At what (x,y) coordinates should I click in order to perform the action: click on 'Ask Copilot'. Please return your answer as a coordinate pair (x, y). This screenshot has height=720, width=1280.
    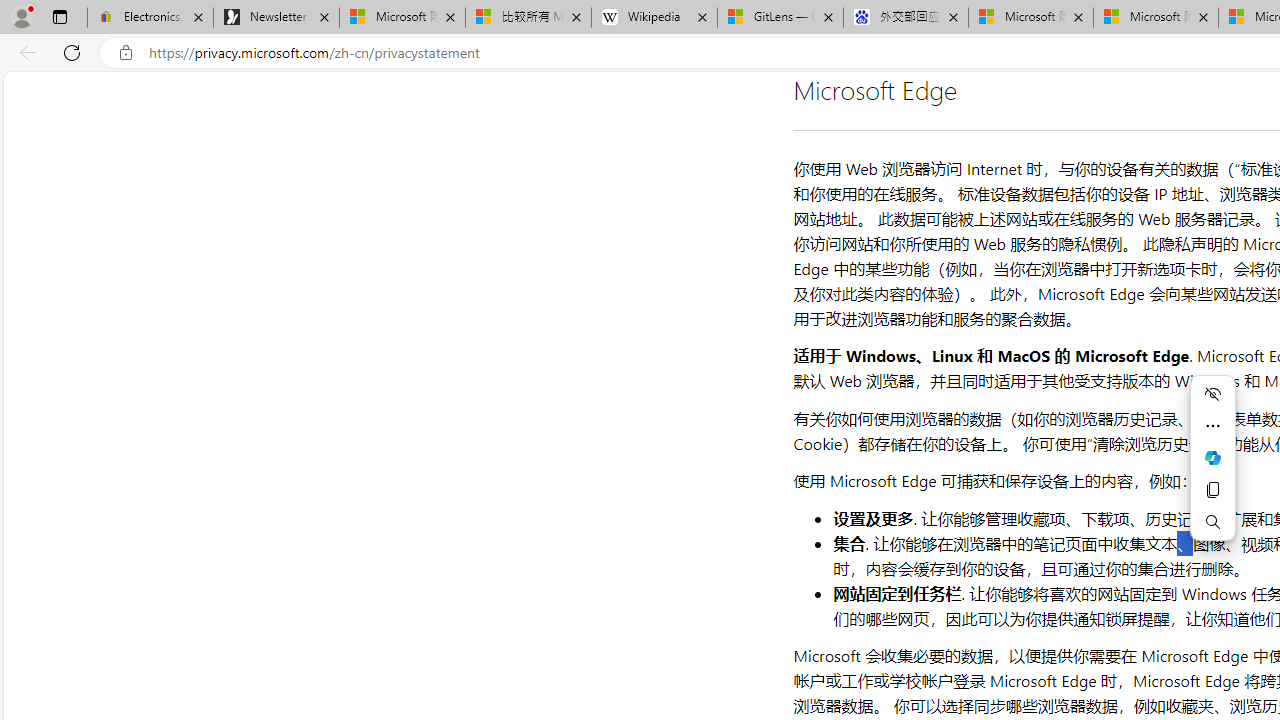
    Looking at the image, I should click on (1211, 457).